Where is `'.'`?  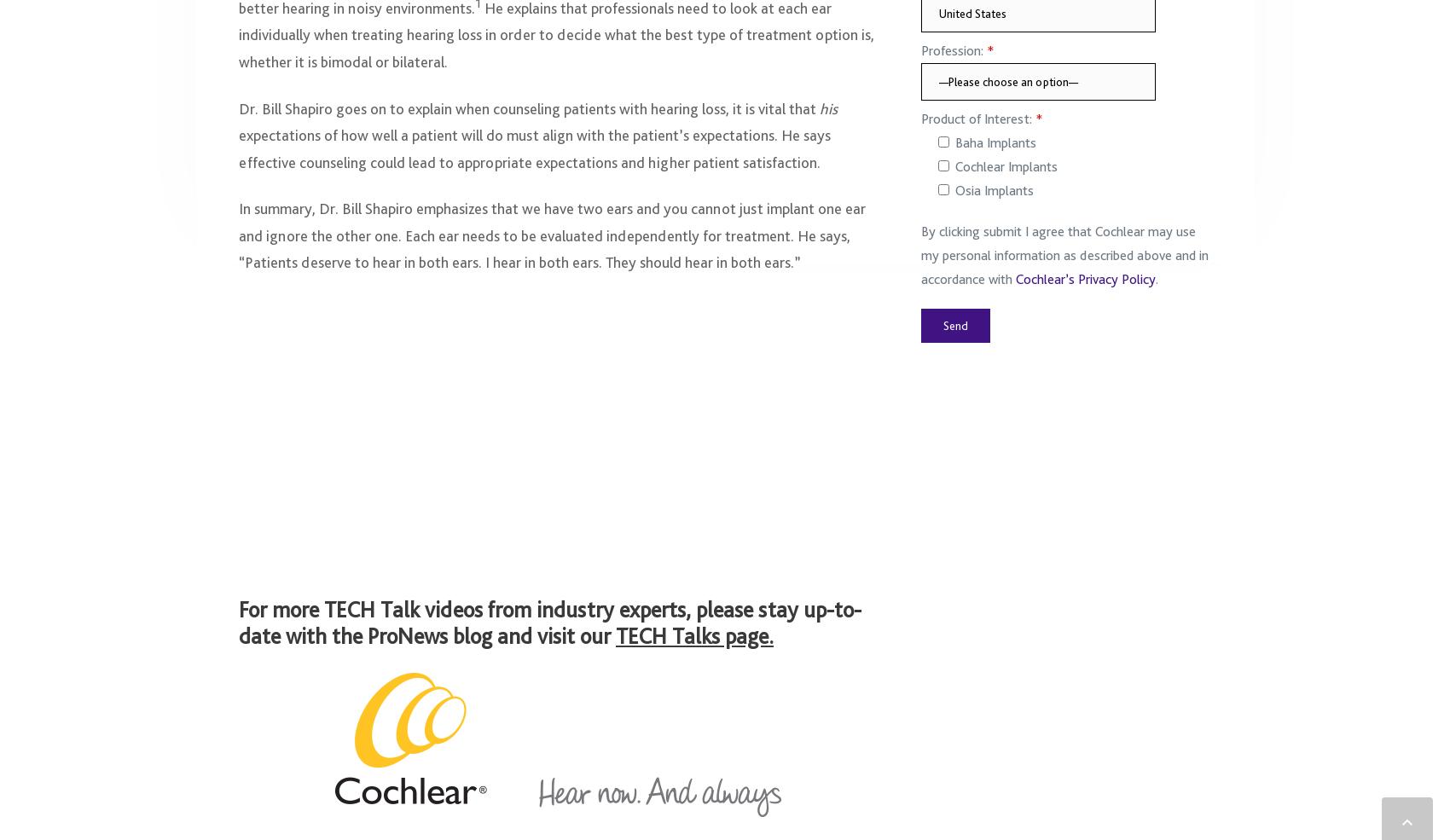 '.' is located at coordinates (1157, 287).